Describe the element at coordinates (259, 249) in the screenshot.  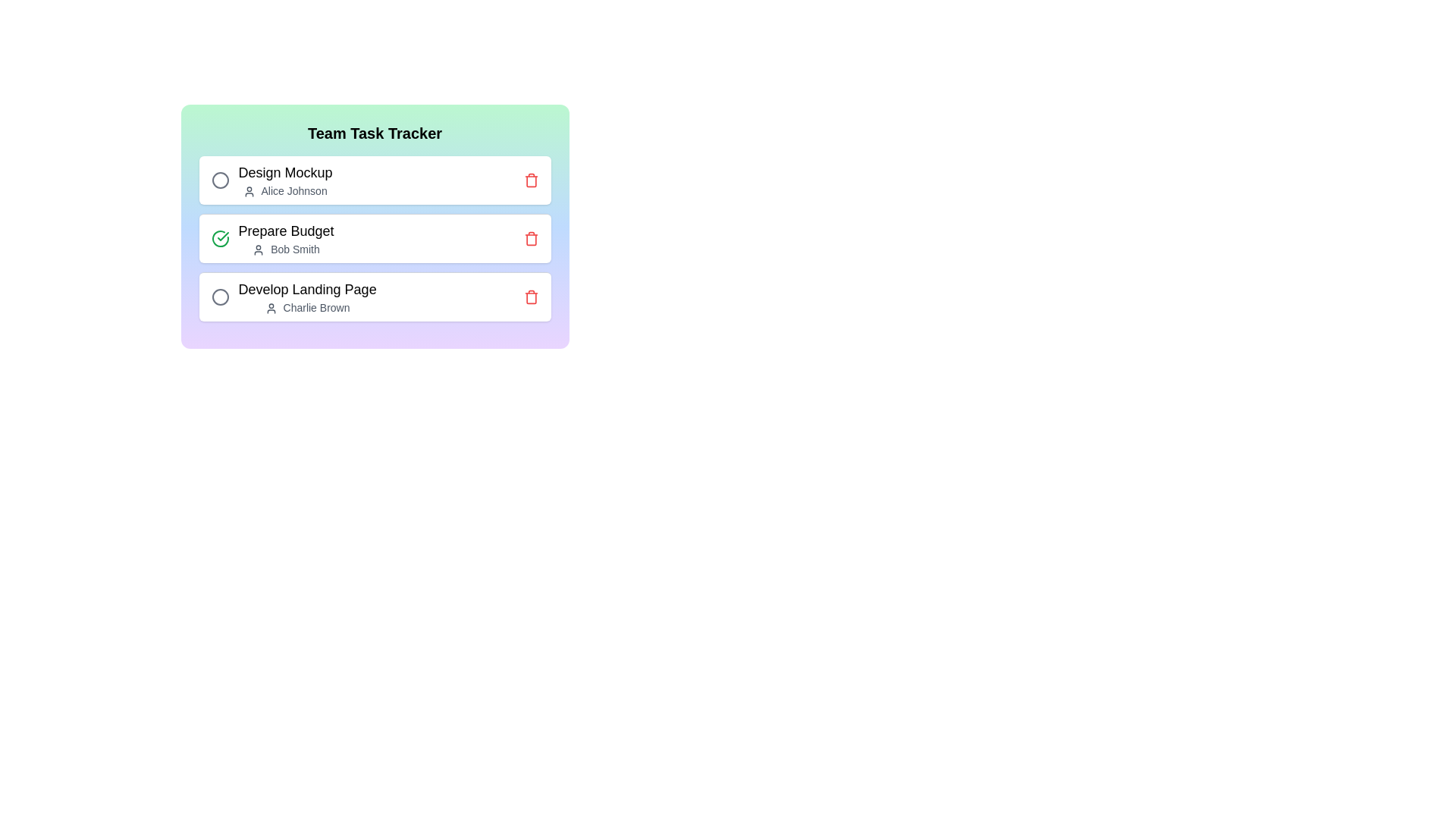
I see `the user icon associated with Prepare Budget` at that location.